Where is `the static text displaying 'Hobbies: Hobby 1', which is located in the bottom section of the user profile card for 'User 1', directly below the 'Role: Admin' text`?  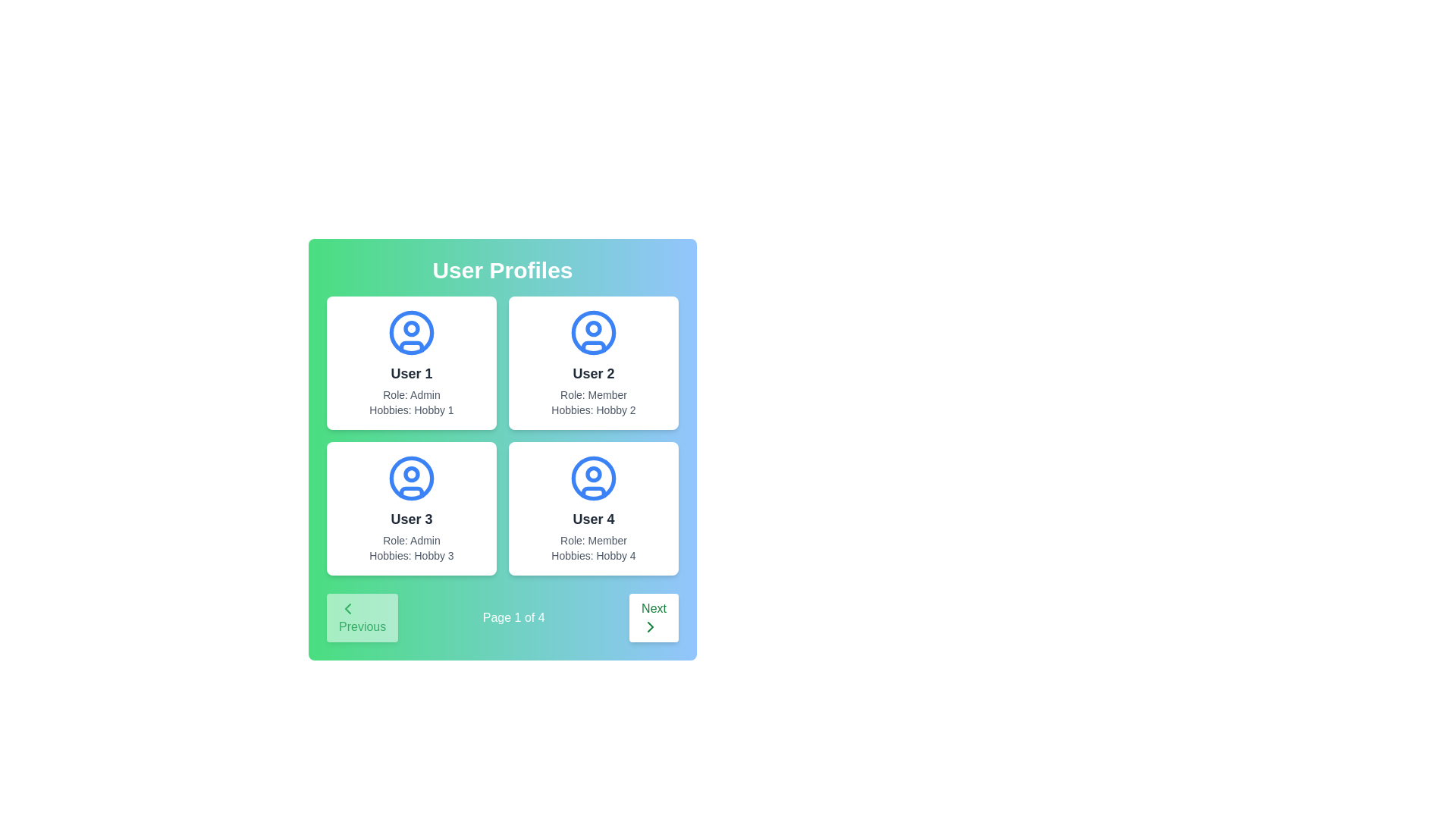
the static text displaying 'Hobbies: Hobby 1', which is located in the bottom section of the user profile card for 'User 1', directly below the 'Role: Admin' text is located at coordinates (411, 409).